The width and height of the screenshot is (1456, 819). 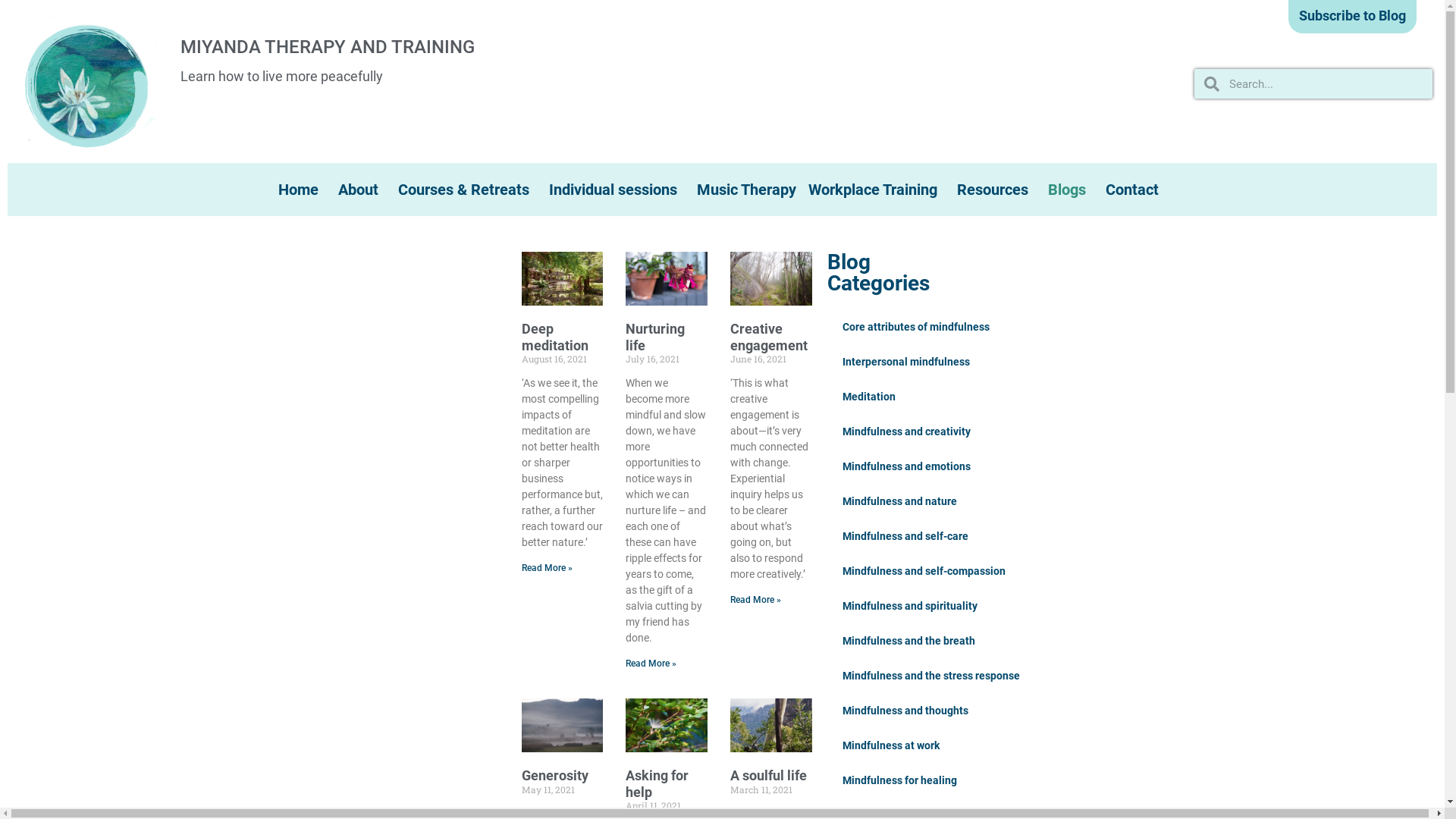 What do you see at coordinates (996, 189) in the screenshot?
I see `'Resources'` at bounding box center [996, 189].